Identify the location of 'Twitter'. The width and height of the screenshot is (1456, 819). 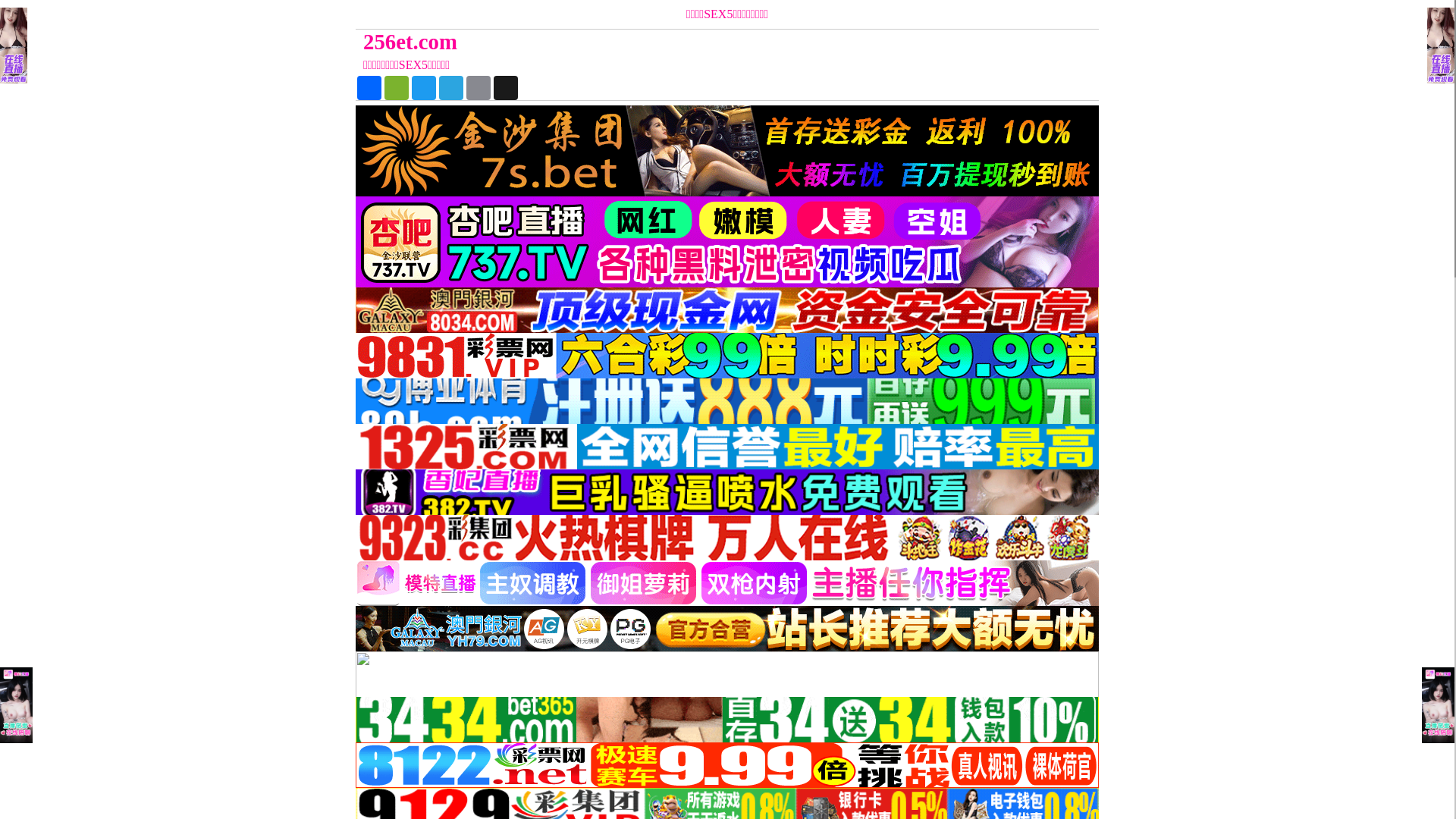
(423, 87).